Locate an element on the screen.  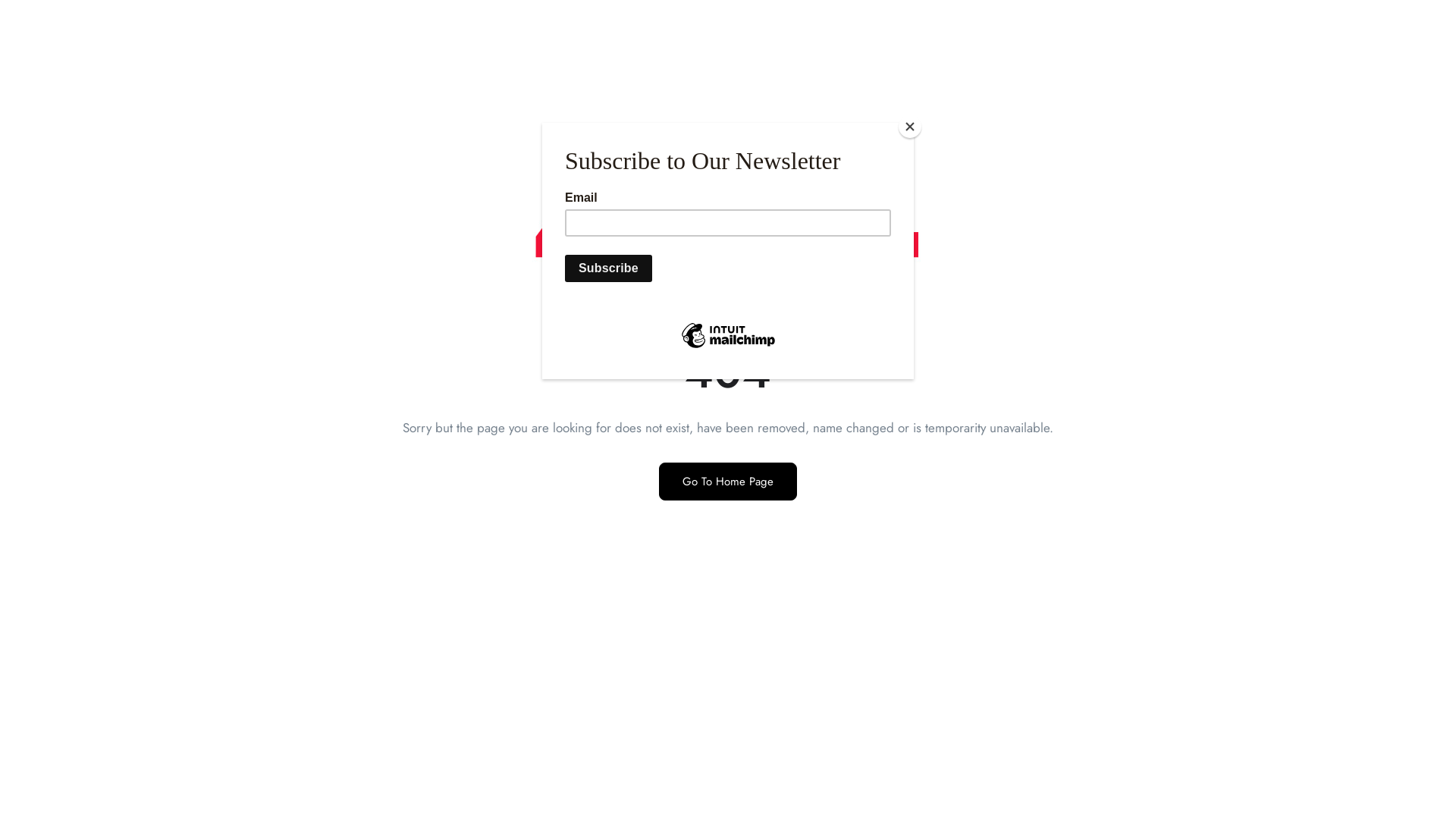
'Go To Home Page' is located at coordinates (728, 482).